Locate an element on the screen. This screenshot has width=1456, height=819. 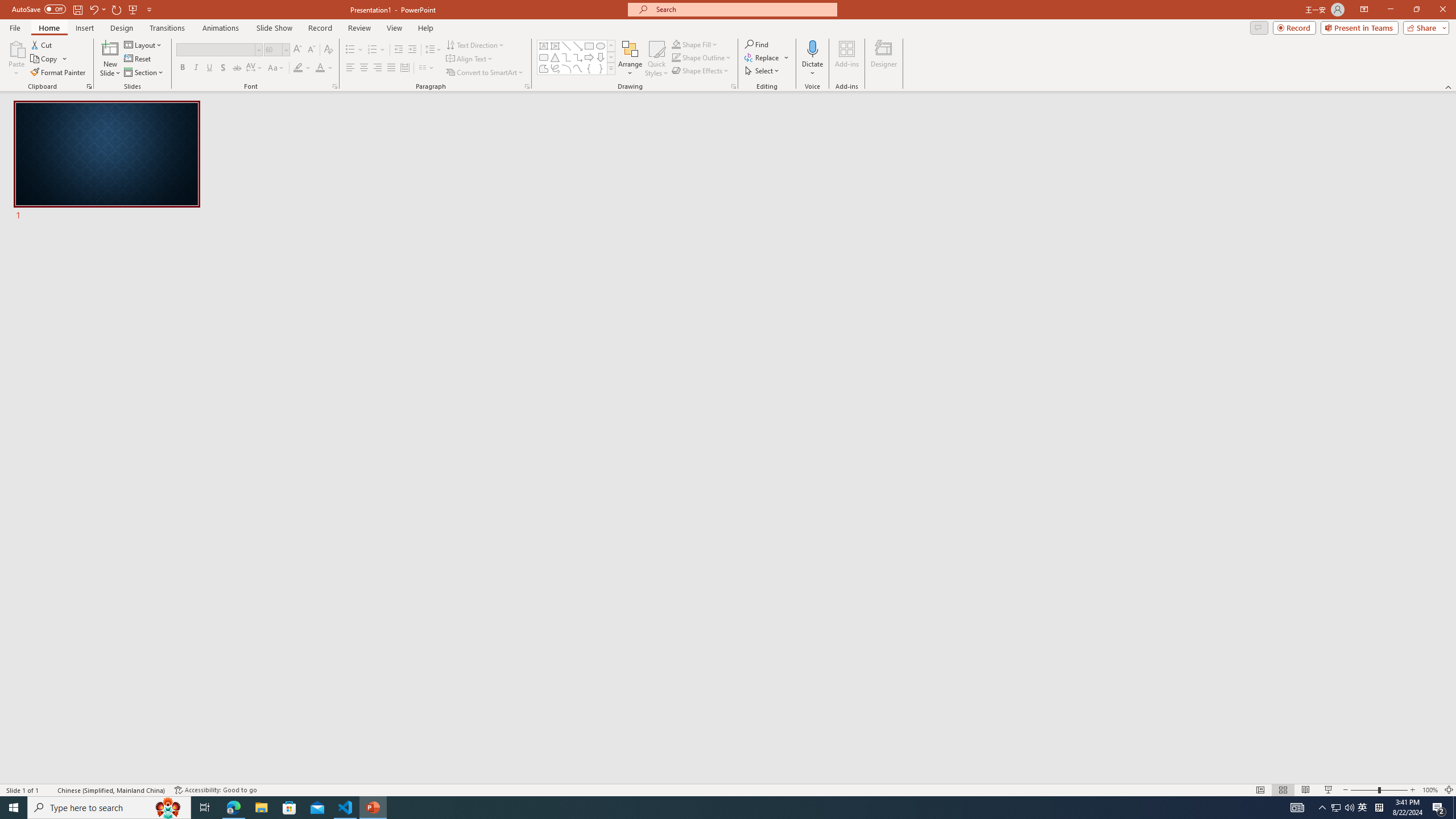
'Decrease Font Size' is located at coordinates (311, 49).